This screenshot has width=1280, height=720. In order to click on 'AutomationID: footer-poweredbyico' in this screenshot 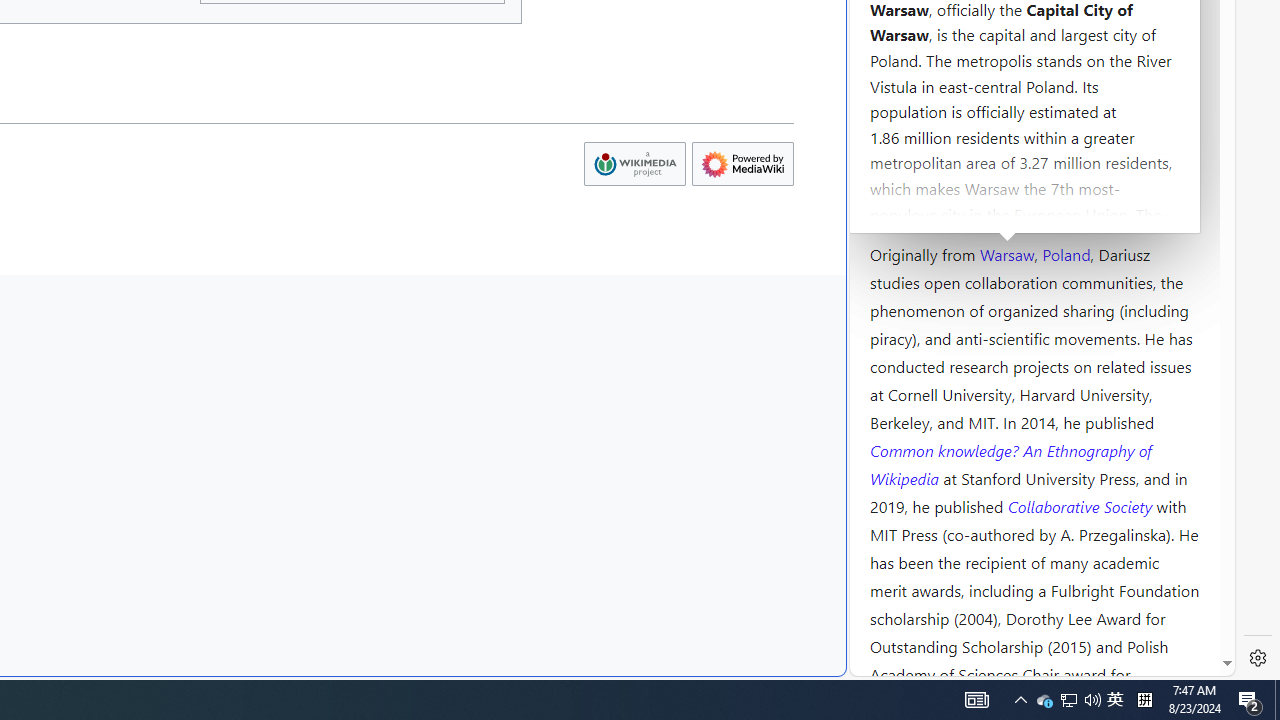, I will do `click(742, 163)`.